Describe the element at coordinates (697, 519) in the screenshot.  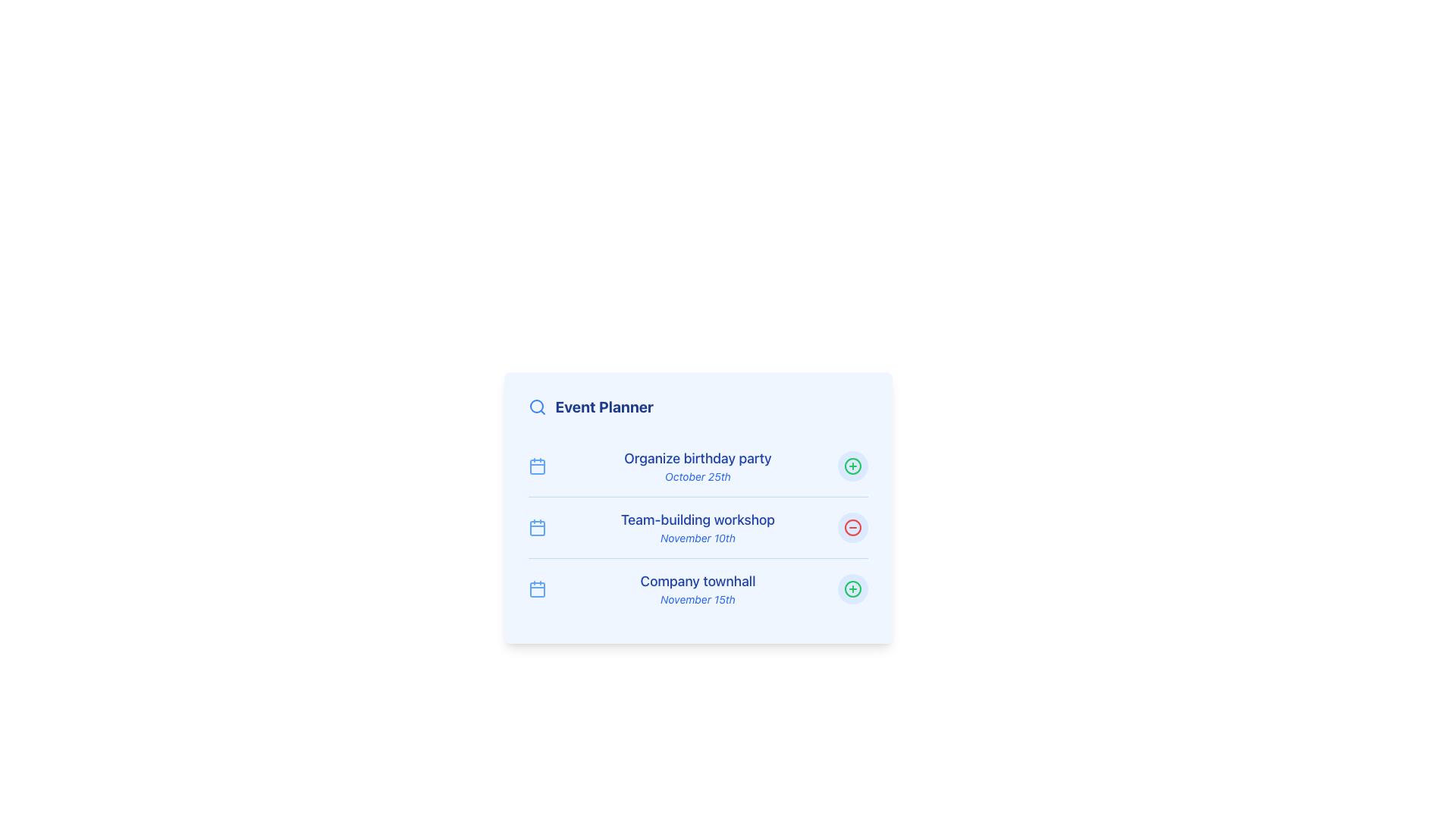
I see `the Text Label representing the title or name of the event in the Event Planner interface for accessibility tools` at that location.